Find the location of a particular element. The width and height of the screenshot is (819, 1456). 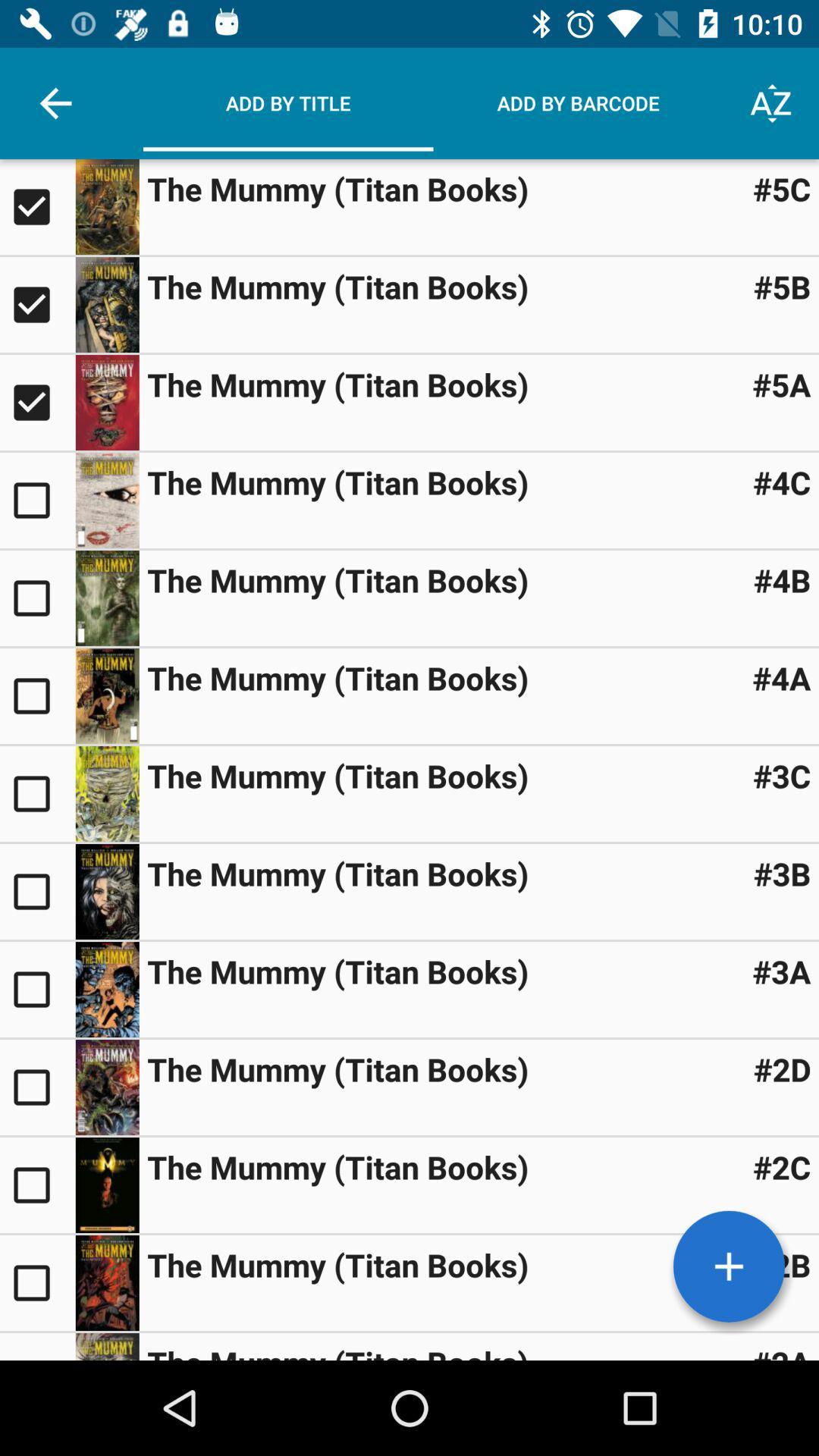

#4a icon is located at coordinates (781, 676).